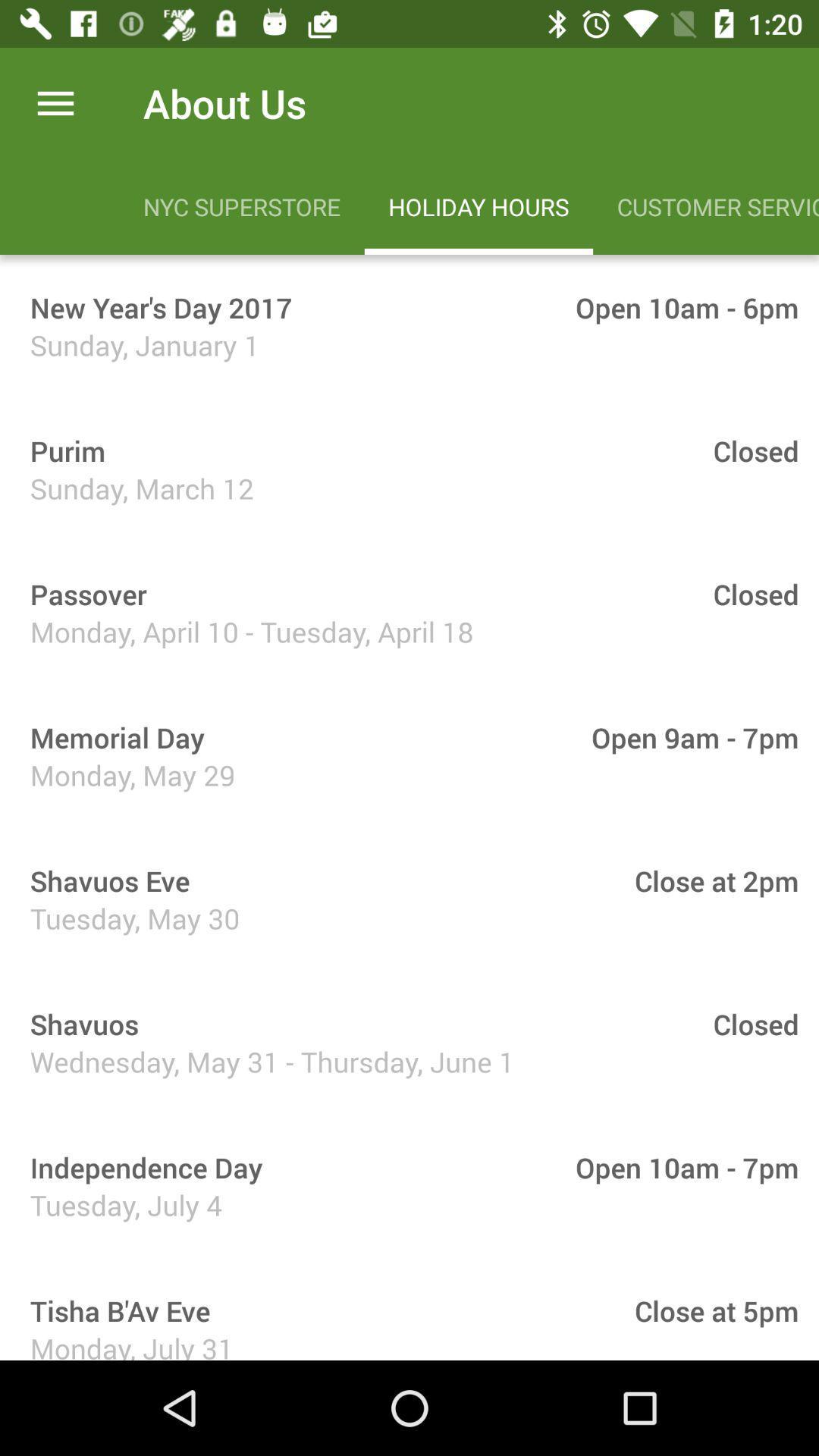  I want to click on the icon below sunday, march 12, so click(83, 593).